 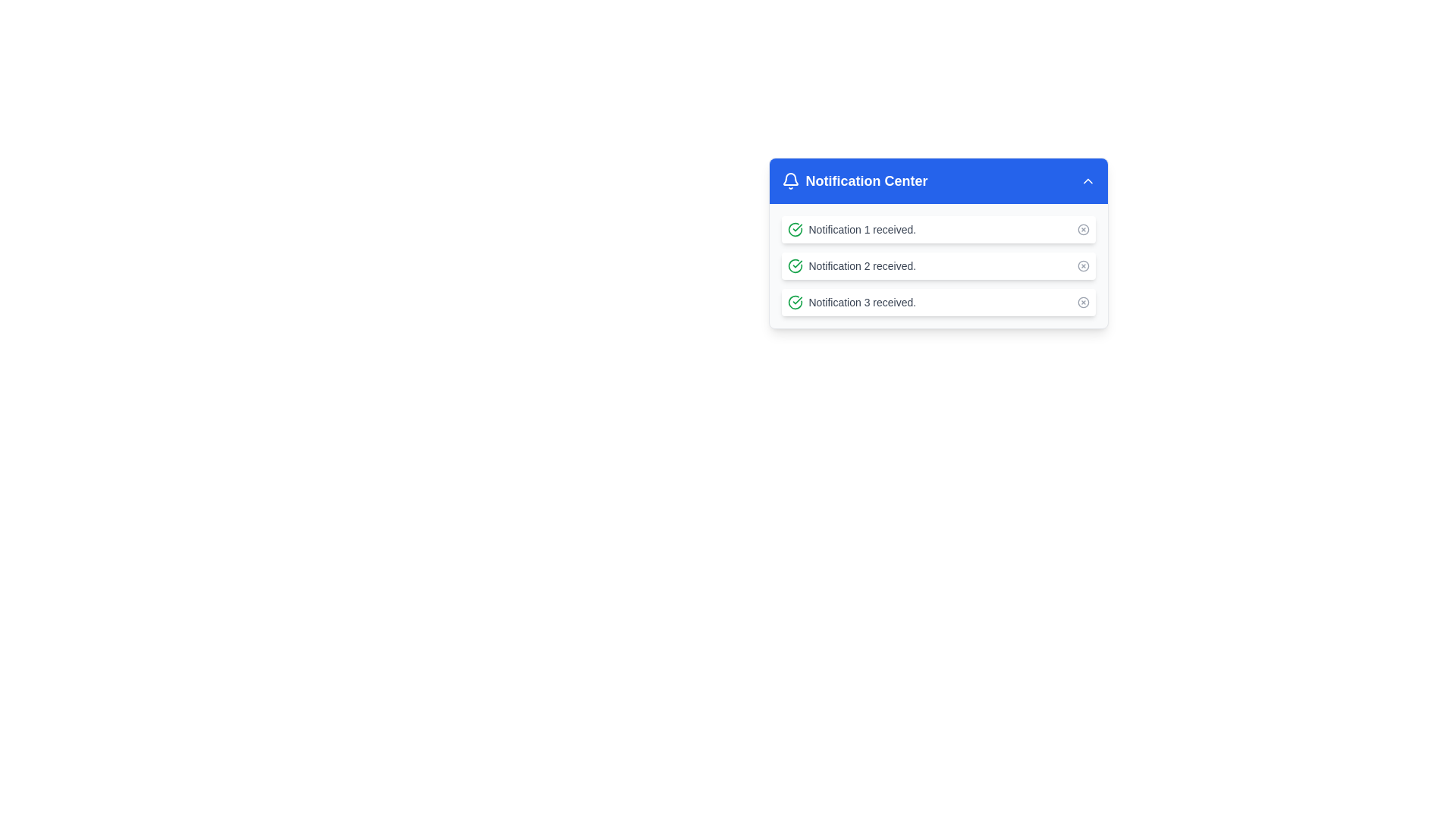 I want to click on the second notification list item displaying the message, allowing users, so click(x=937, y=265).